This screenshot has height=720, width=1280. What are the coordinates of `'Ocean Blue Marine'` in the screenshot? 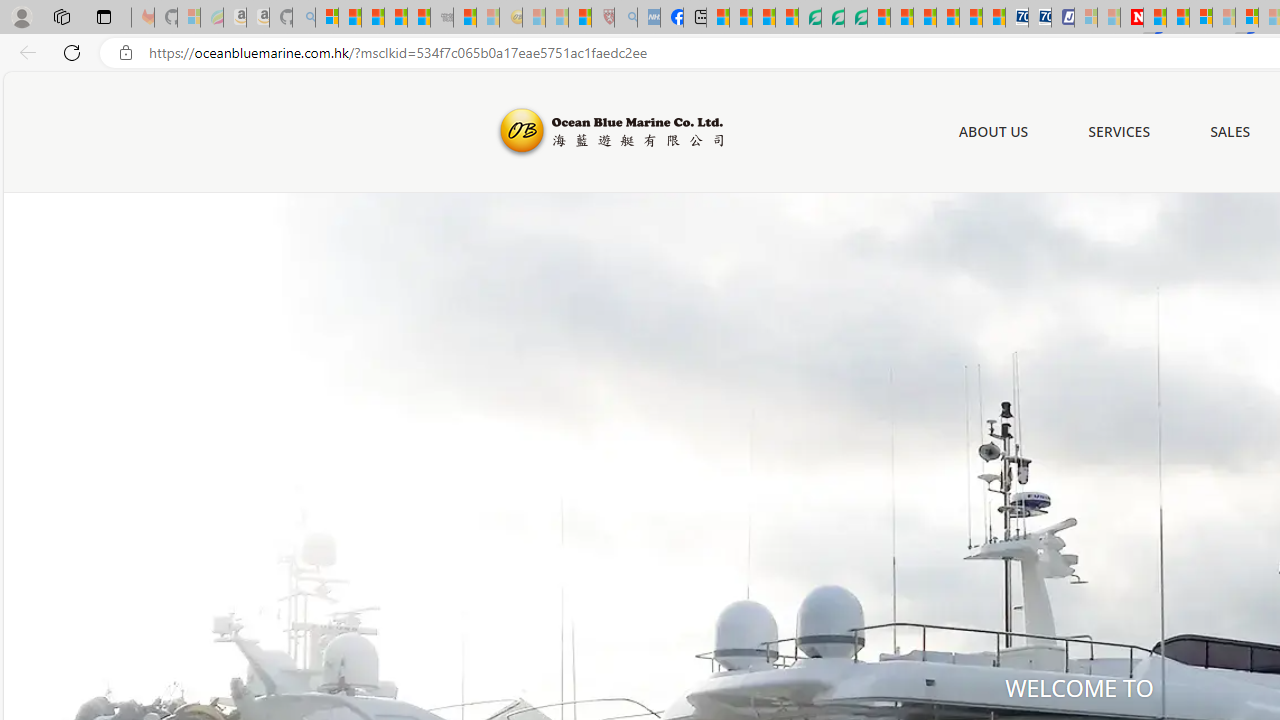 It's located at (607, 132).